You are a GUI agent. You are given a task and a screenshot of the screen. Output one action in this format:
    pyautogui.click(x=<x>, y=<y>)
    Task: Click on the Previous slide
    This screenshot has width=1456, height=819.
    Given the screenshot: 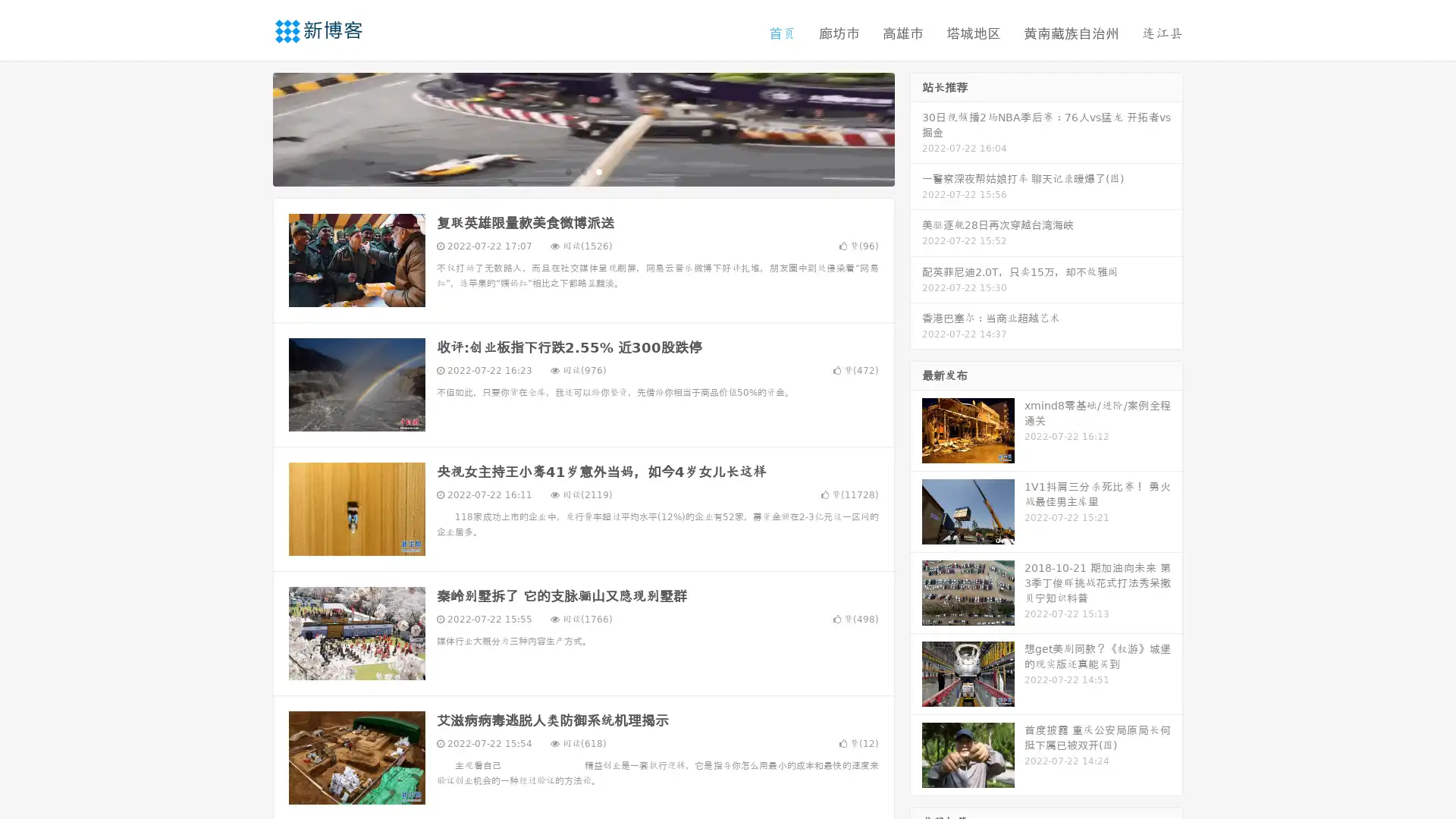 What is the action you would take?
    pyautogui.click(x=250, y=127)
    